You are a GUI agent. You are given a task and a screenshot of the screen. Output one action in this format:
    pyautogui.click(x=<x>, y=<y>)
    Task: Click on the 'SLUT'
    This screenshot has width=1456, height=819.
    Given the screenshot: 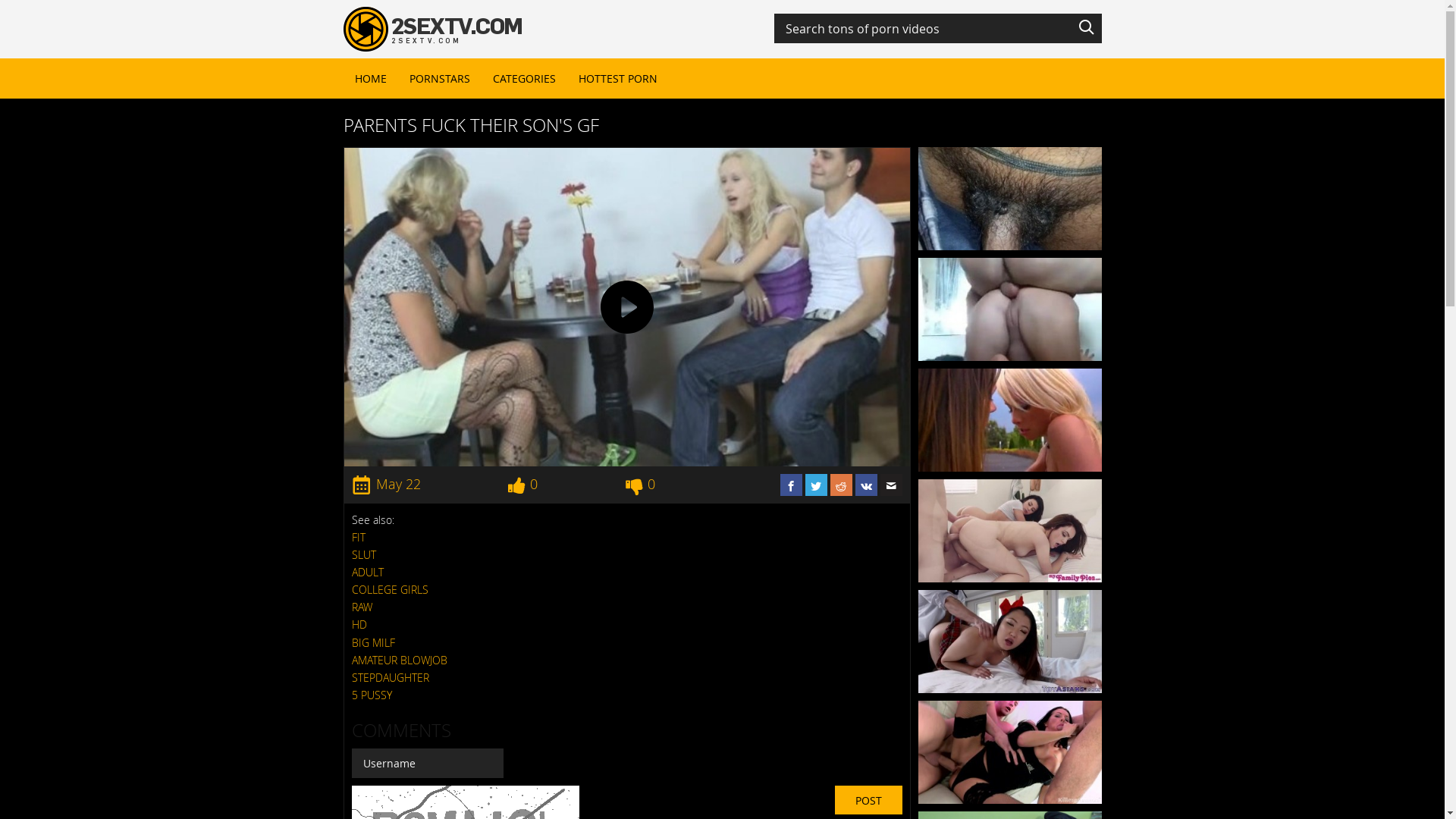 What is the action you would take?
    pyautogui.click(x=364, y=554)
    